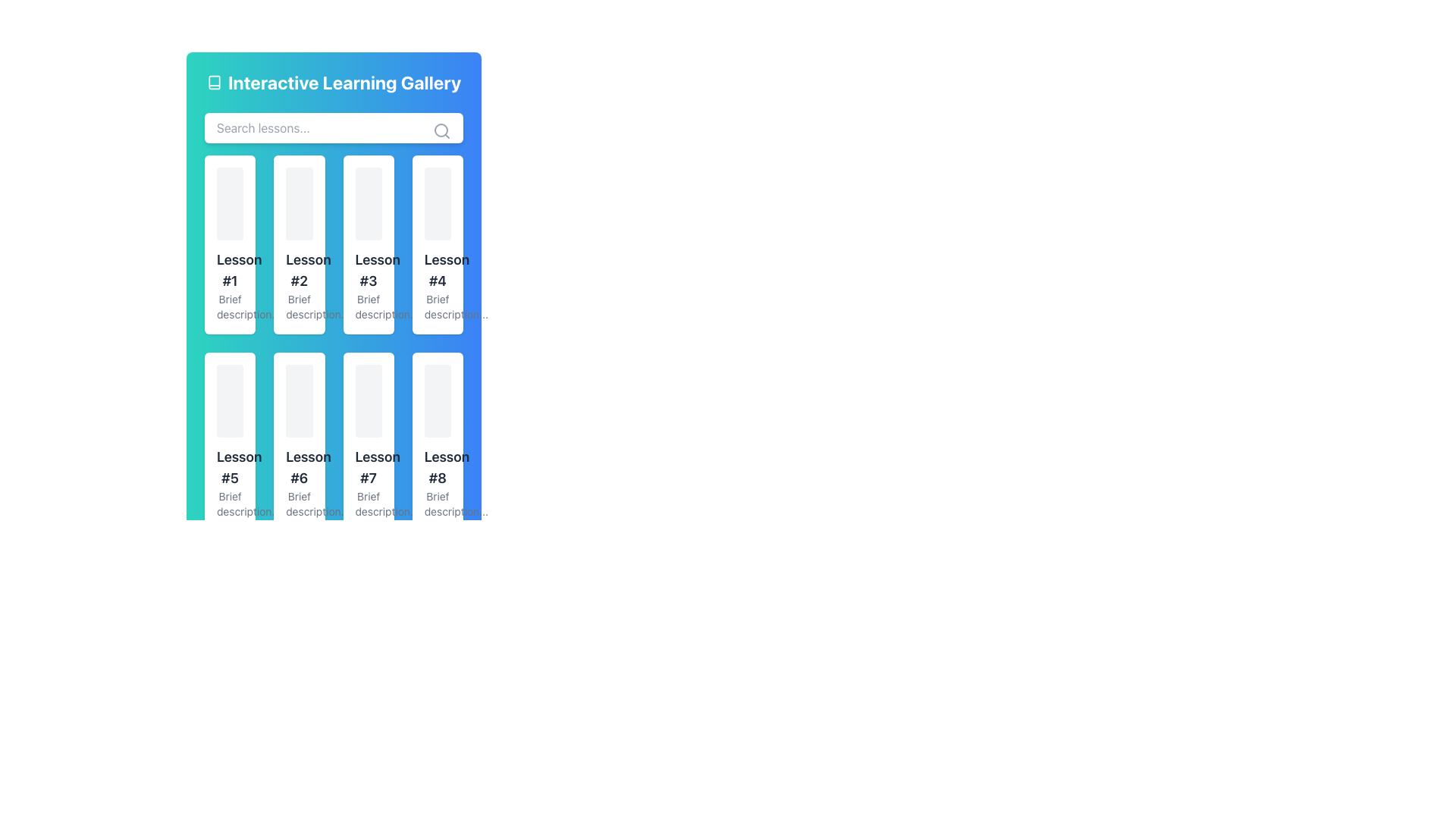  Describe the element at coordinates (369, 504) in the screenshot. I see `the text area containing the phrase 'Brief description...' located under the title 'Lesson #7' in the card layout` at that location.